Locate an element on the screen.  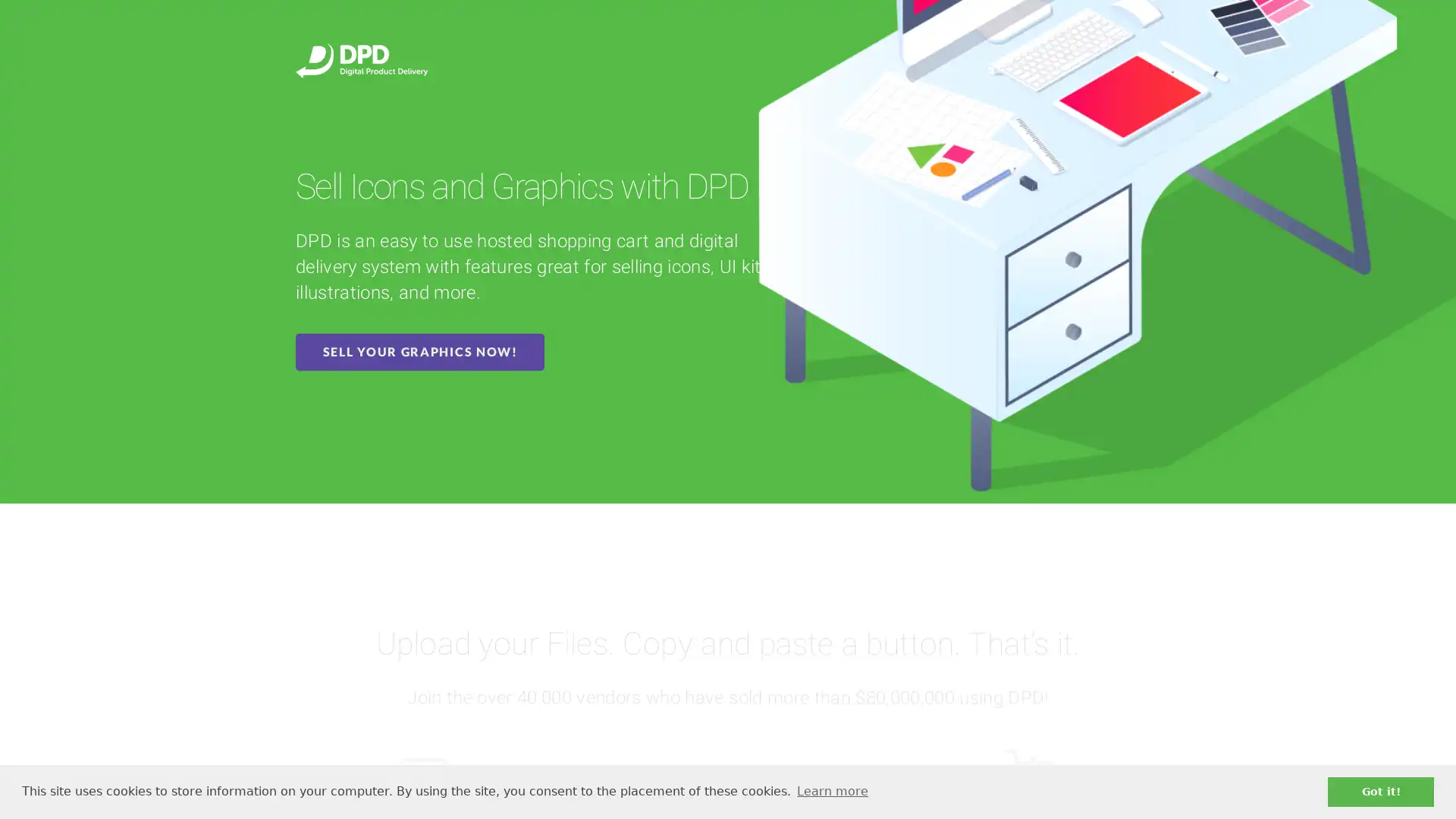
learn more about cookies is located at coordinates (831, 791).